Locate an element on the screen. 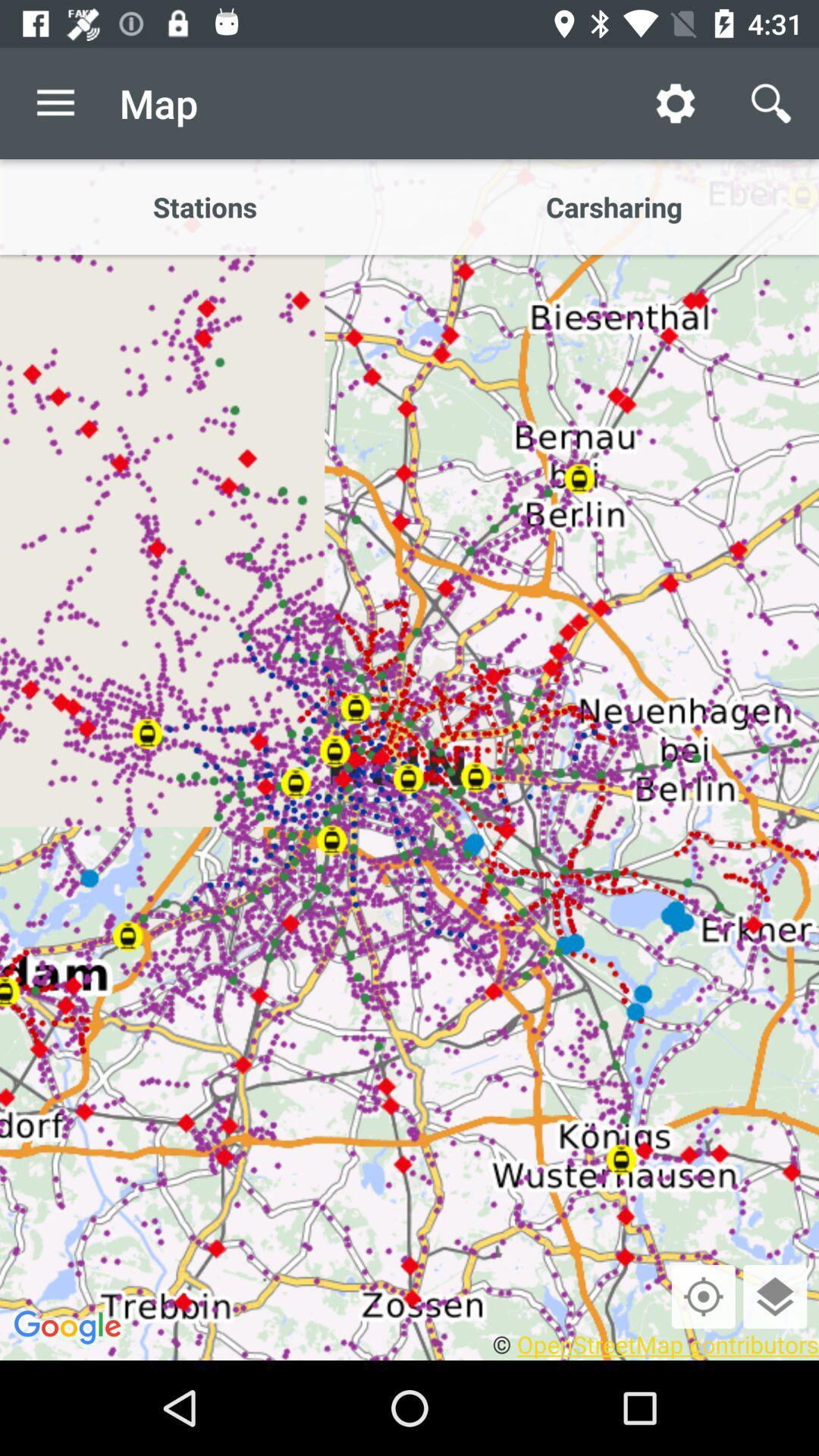 The image size is (819, 1456). clique para saber sua localizao is located at coordinates (703, 1295).